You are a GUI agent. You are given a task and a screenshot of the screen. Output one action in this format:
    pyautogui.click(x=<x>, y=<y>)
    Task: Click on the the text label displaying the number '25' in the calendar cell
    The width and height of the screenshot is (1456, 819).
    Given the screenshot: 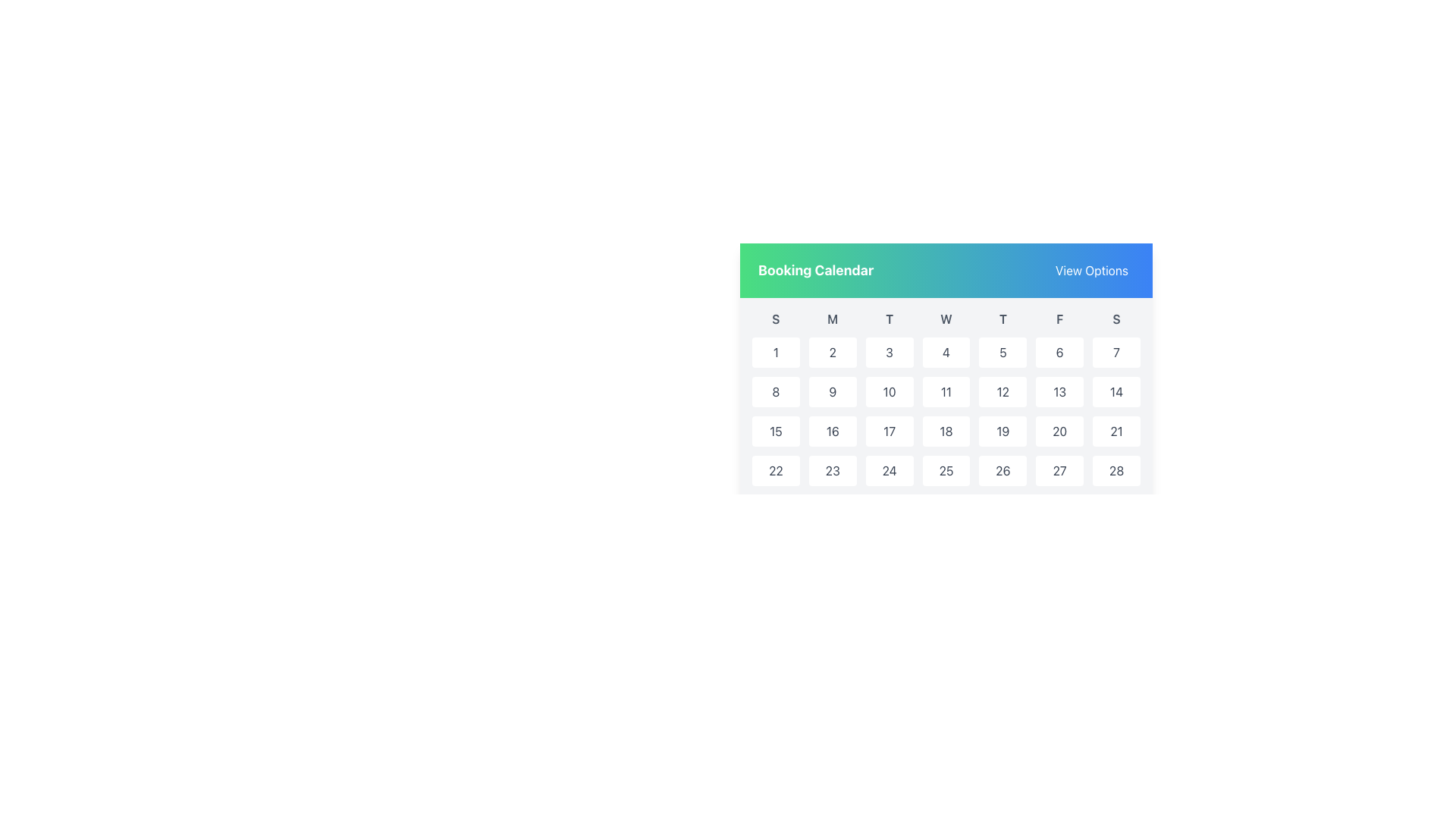 What is the action you would take?
    pyautogui.click(x=946, y=470)
    